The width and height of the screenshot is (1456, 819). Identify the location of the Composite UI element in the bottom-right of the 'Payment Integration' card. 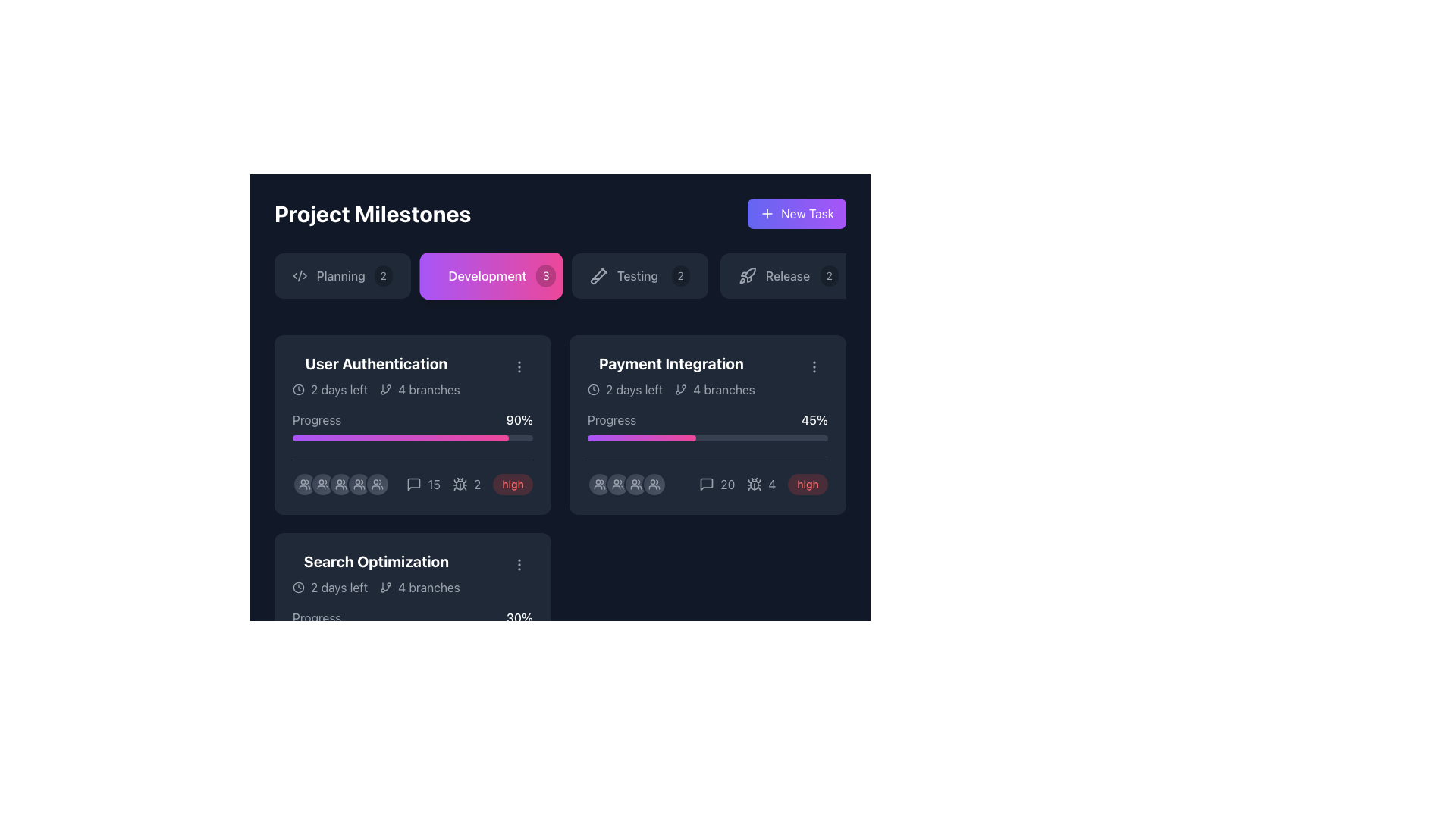
(764, 485).